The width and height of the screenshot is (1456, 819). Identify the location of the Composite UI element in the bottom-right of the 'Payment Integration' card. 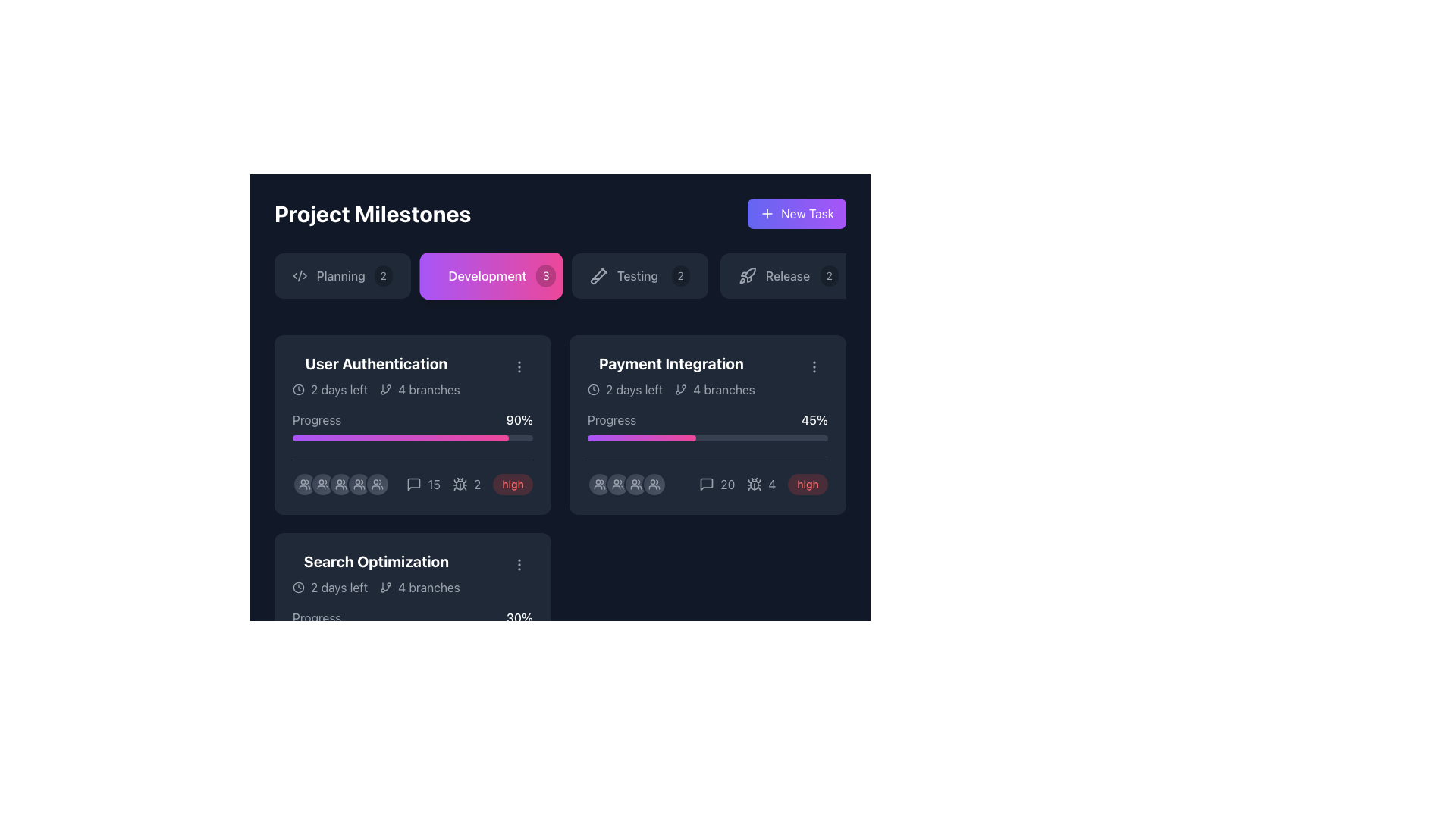
(764, 485).